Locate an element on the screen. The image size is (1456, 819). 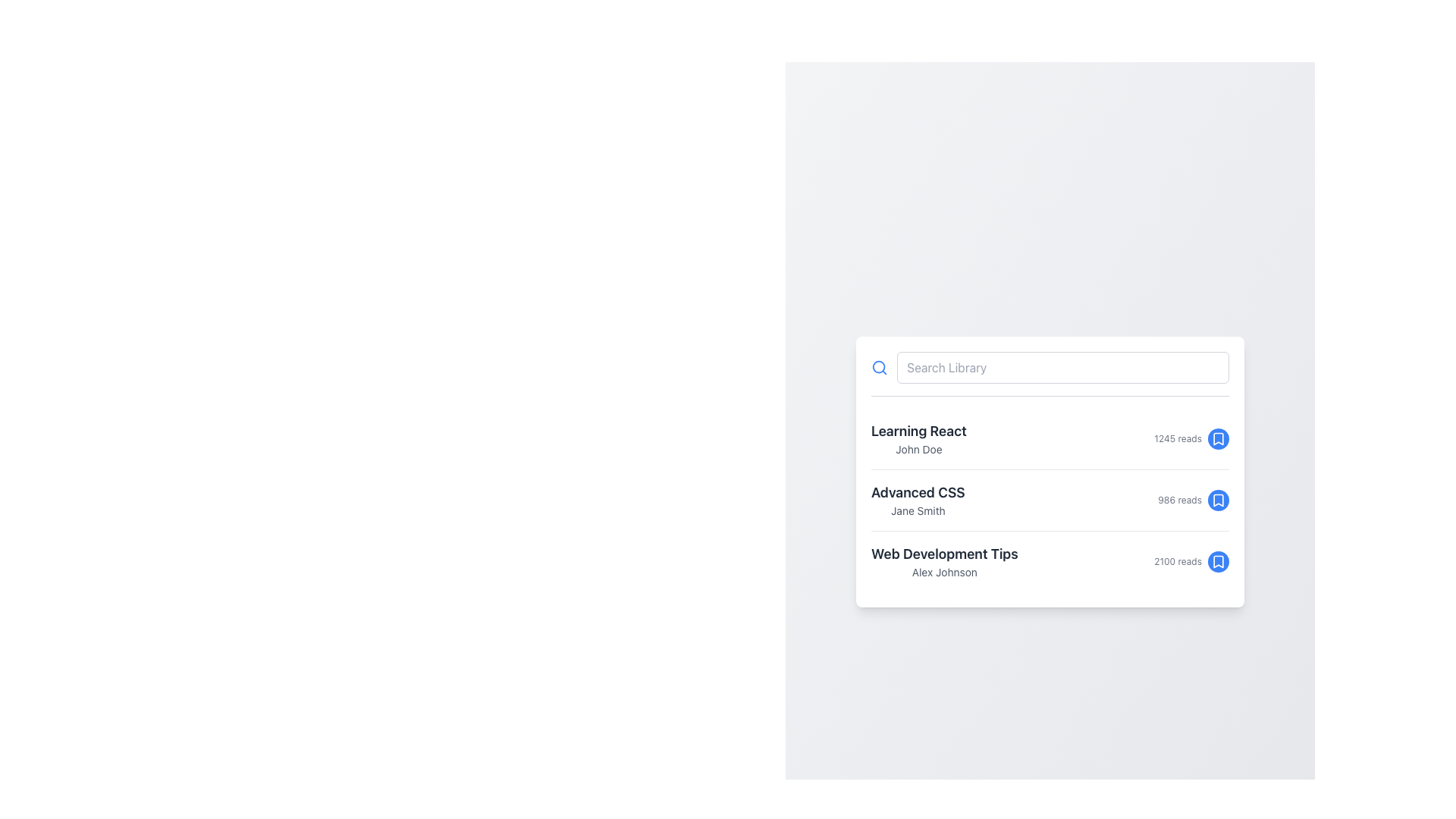
the blue bookmark icon located at the rightmost end of the 'Advanced CSS' list item to bookmark the item is located at coordinates (1219, 500).